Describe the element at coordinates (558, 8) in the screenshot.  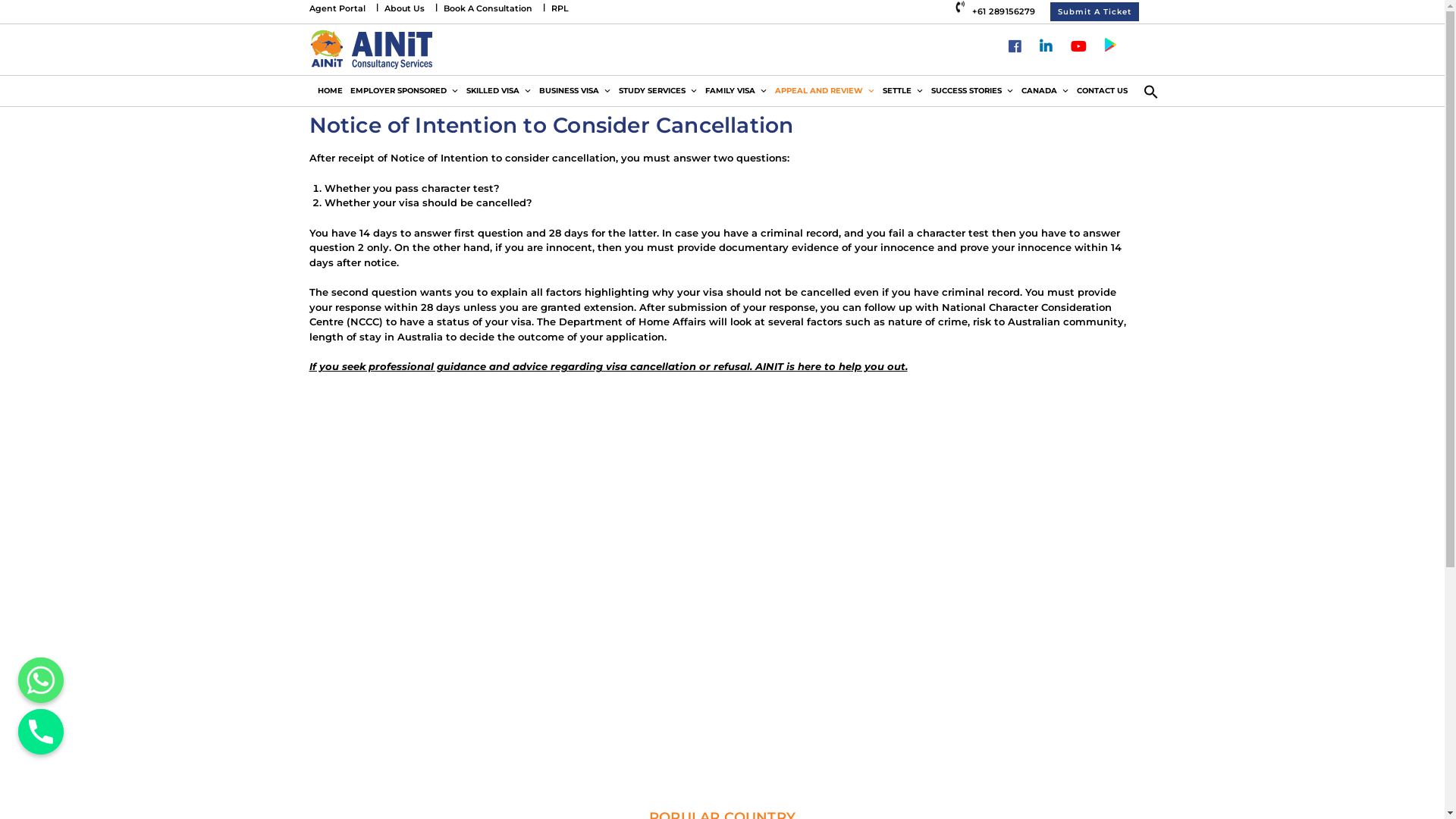
I see `'RPL'` at that location.